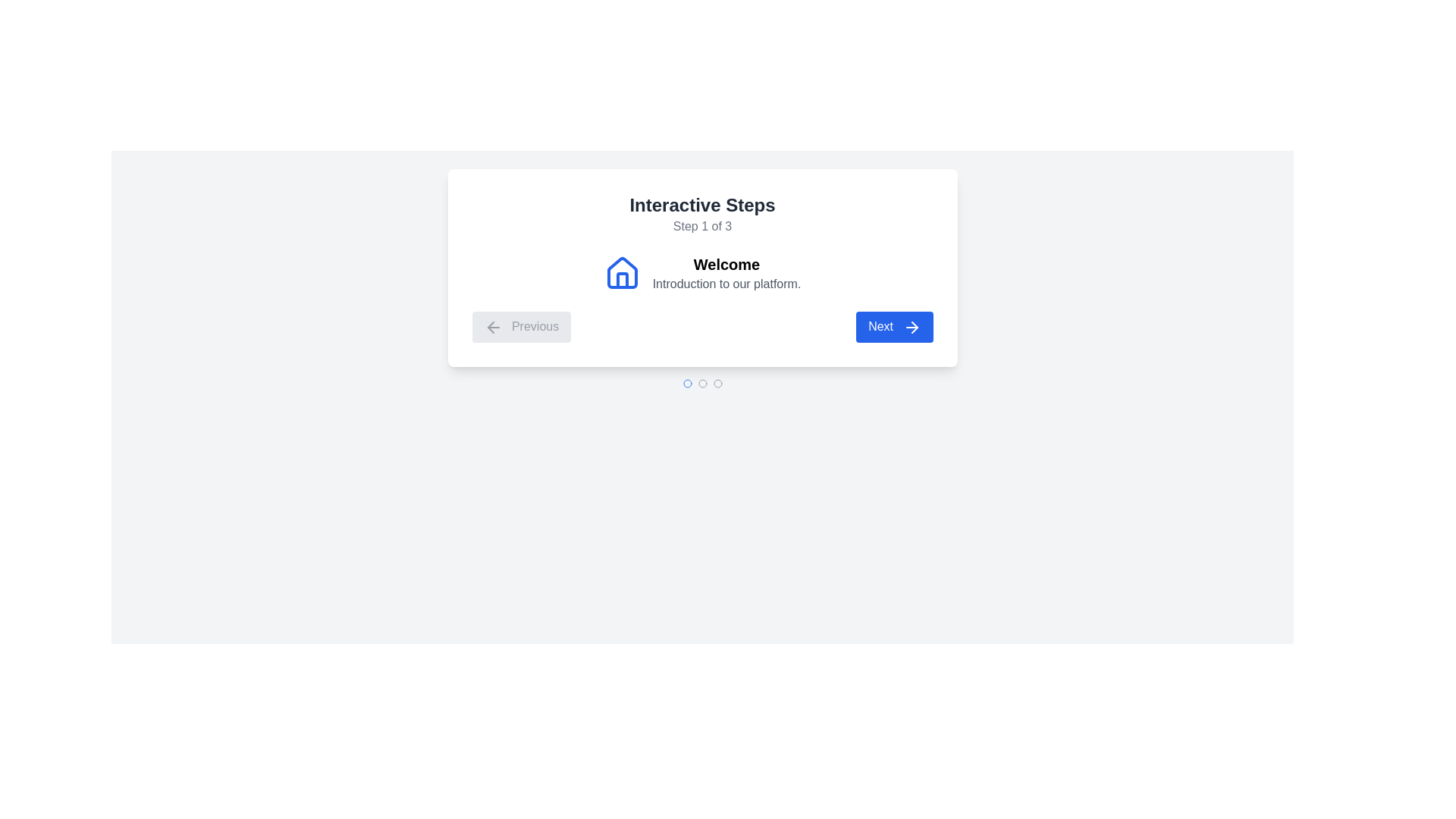  I want to click on the SVG icon depicting a left-pointing arrow, which is part of the 'Previous' button located at the bottom left of the card area, so click(493, 326).